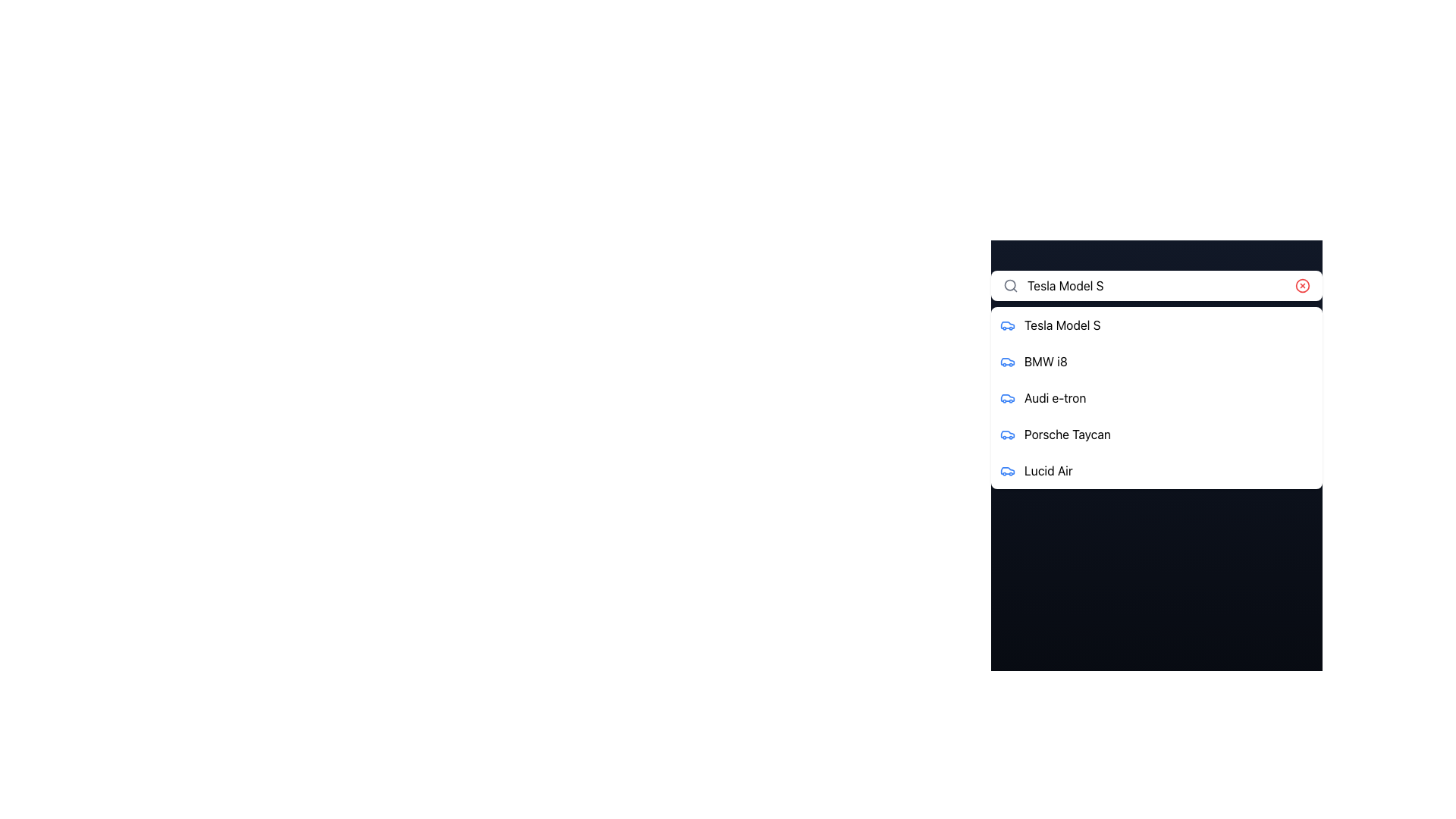  I want to click on blue car icon element located to the left of the text 'Lucid Air' in the fifth item of the vertical menu for its properties, so click(1008, 470).